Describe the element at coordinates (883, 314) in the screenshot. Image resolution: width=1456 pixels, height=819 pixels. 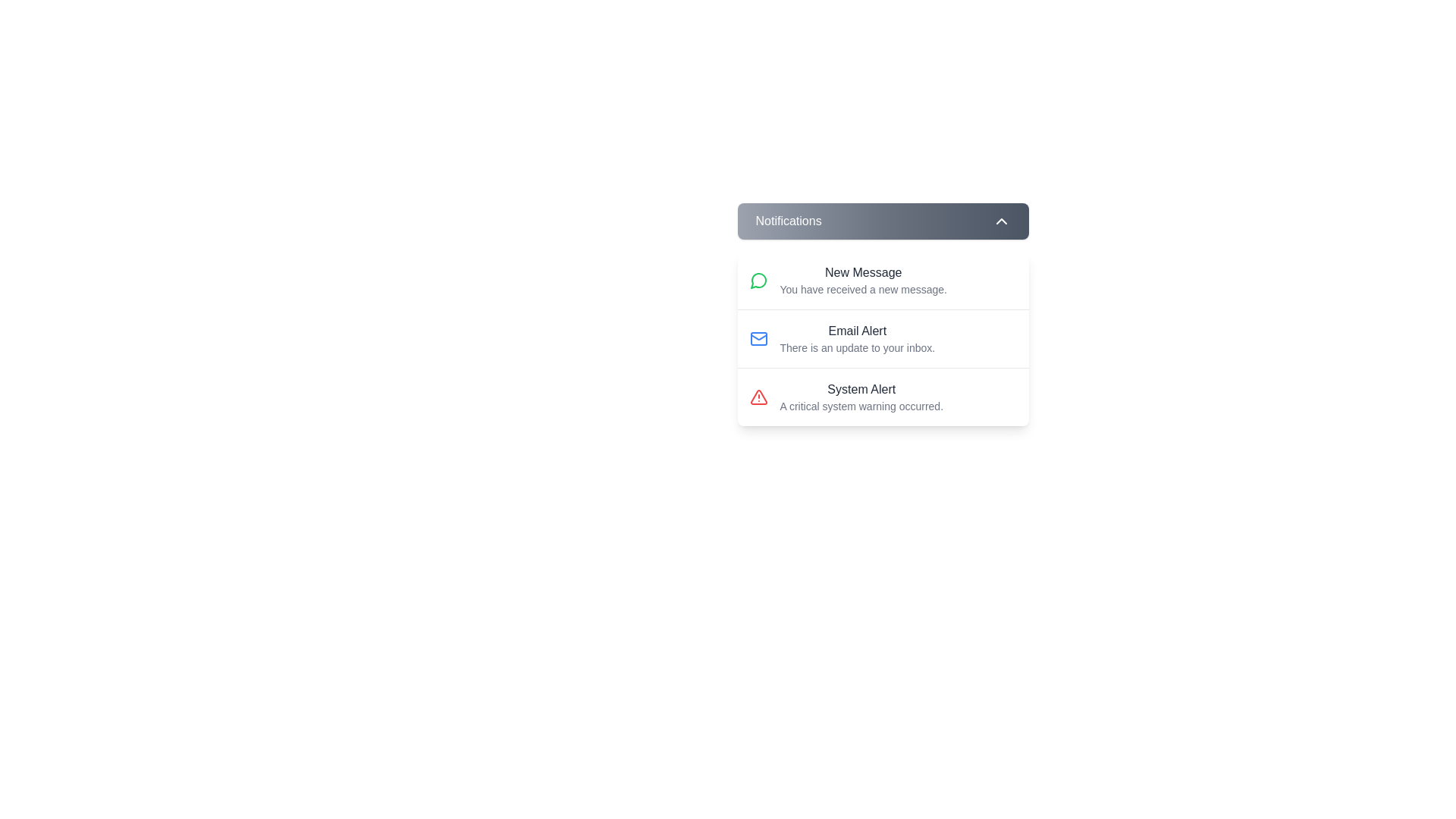
I see `the second notification card in the Notification component, which displays alerts with a white background and grey dividers` at that location.